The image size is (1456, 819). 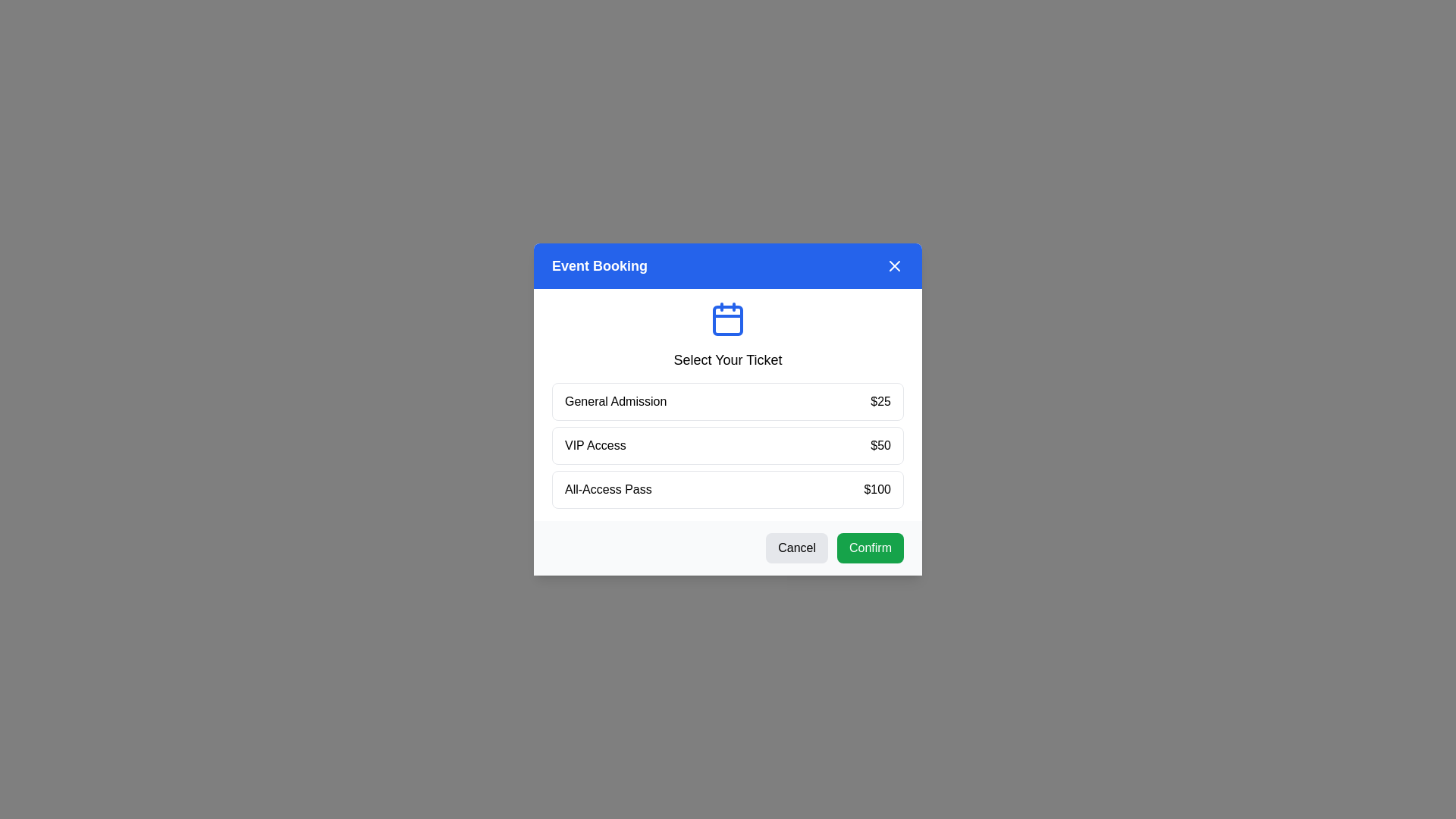 What do you see at coordinates (728, 320) in the screenshot?
I see `the decorative visual component that represents the inner content of the calendar icon in the header of the dialog box` at bounding box center [728, 320].